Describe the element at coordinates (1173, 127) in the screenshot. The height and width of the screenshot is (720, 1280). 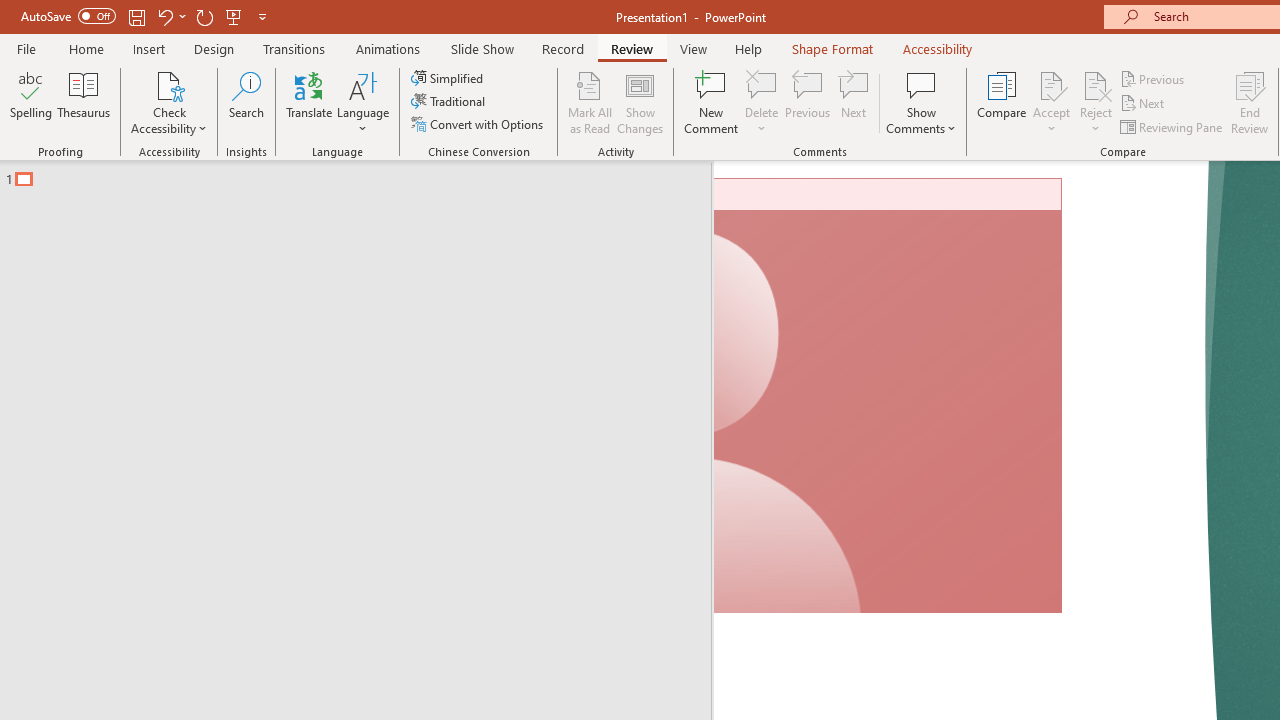
I see `'Reviewing Pane'` at that location.